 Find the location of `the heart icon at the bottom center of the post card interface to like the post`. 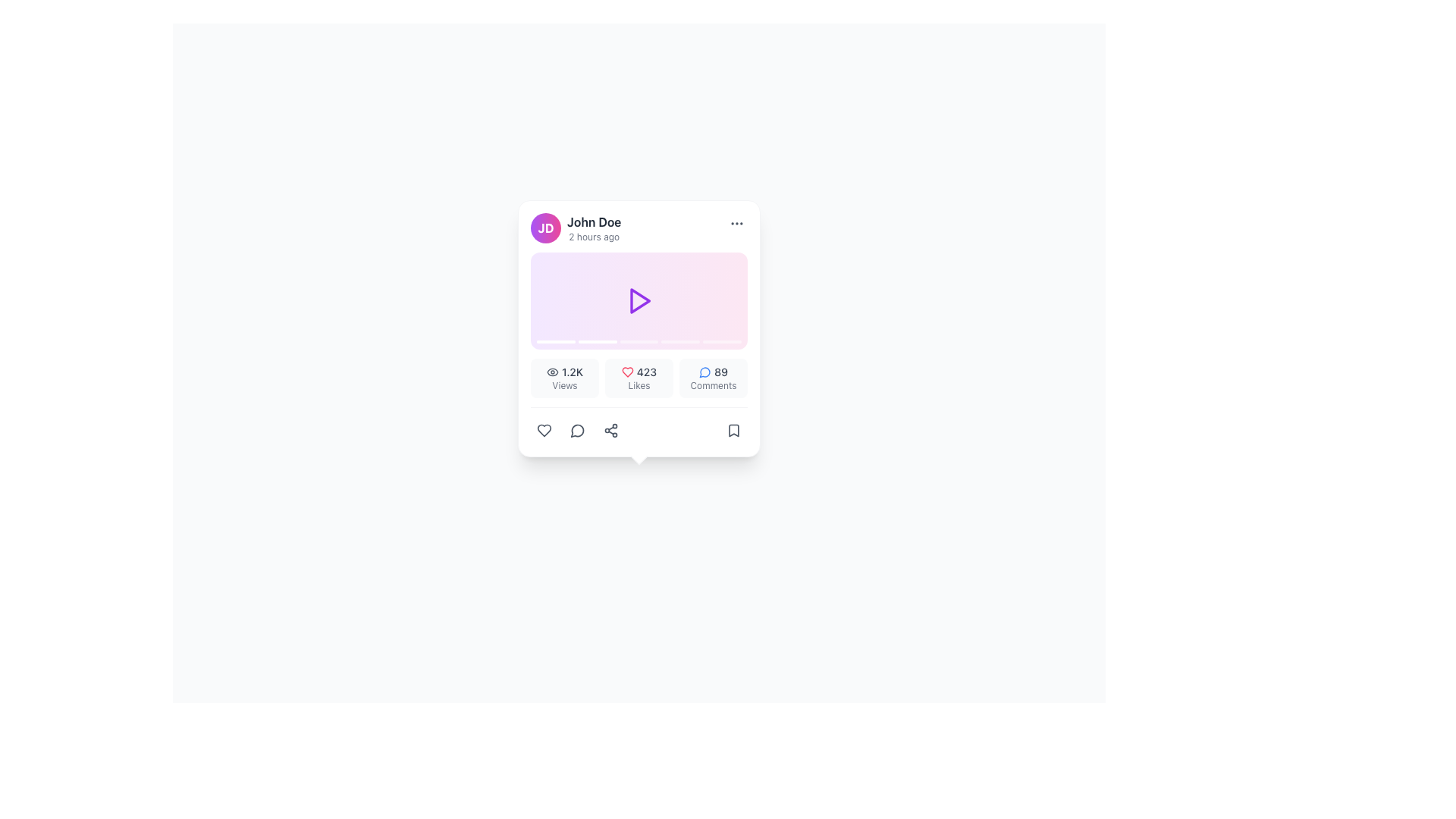

the heart icon at the bottom center of the post card interface to like the post is located at coordinates (627, 372).